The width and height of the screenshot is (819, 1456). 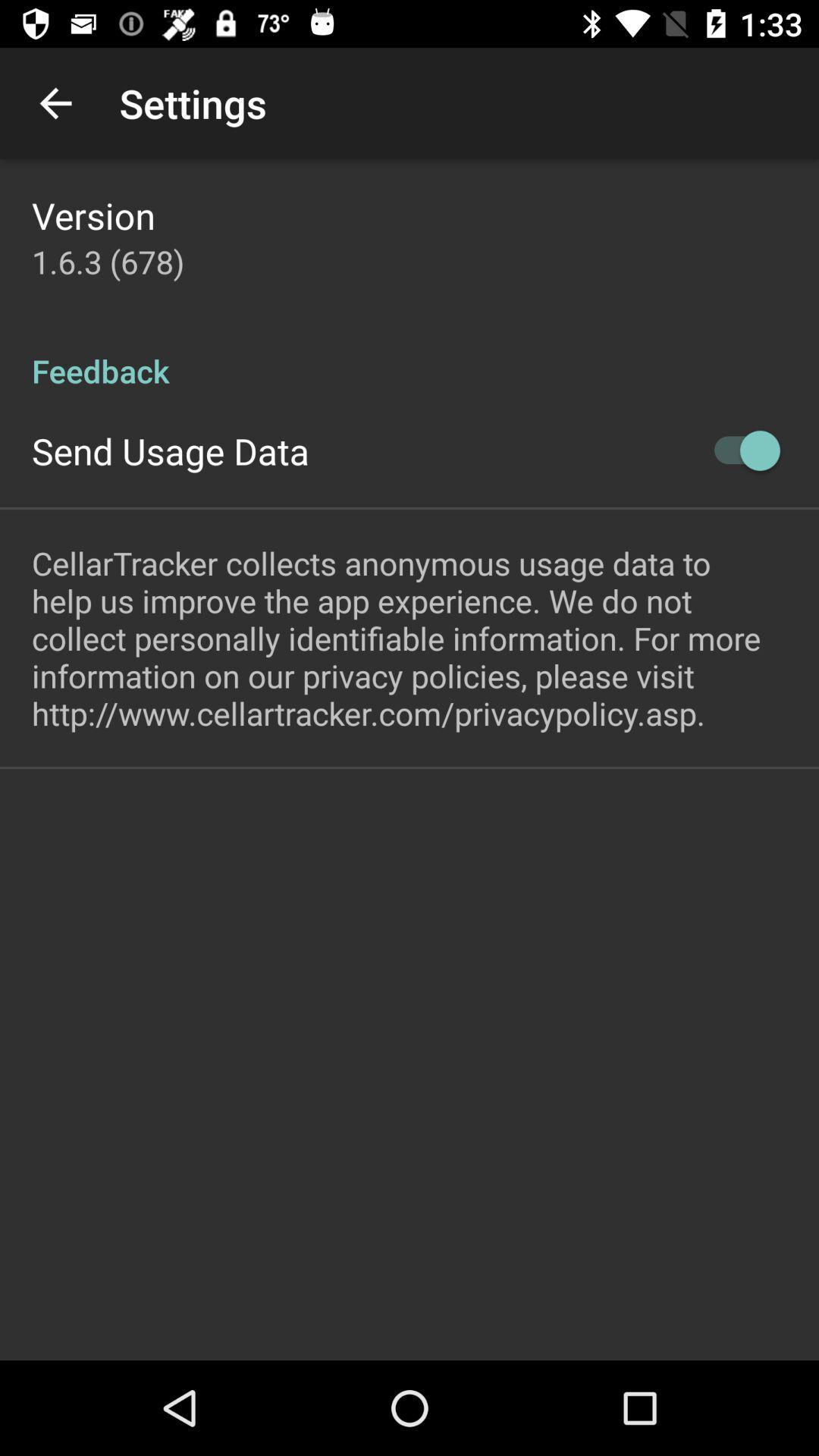 What do you see at coordinates (55, 102) in the screenshot?
I see `the icon to the left of the settings item` at bounding box center [55, 102].